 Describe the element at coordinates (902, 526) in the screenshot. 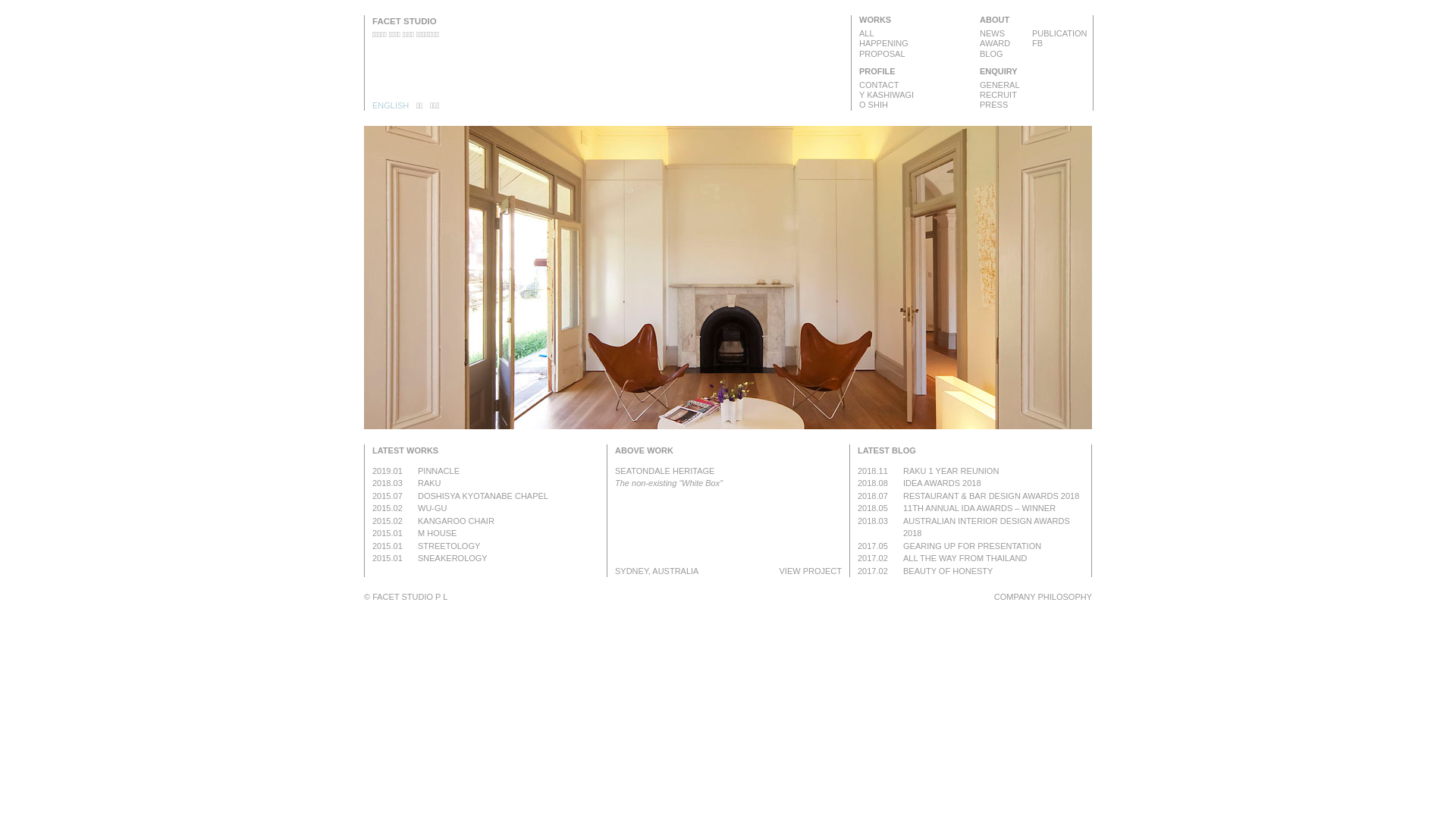

I see `'AUSTRALIAN INTERIOR DESIGN AWARDS 2018'` at that location.